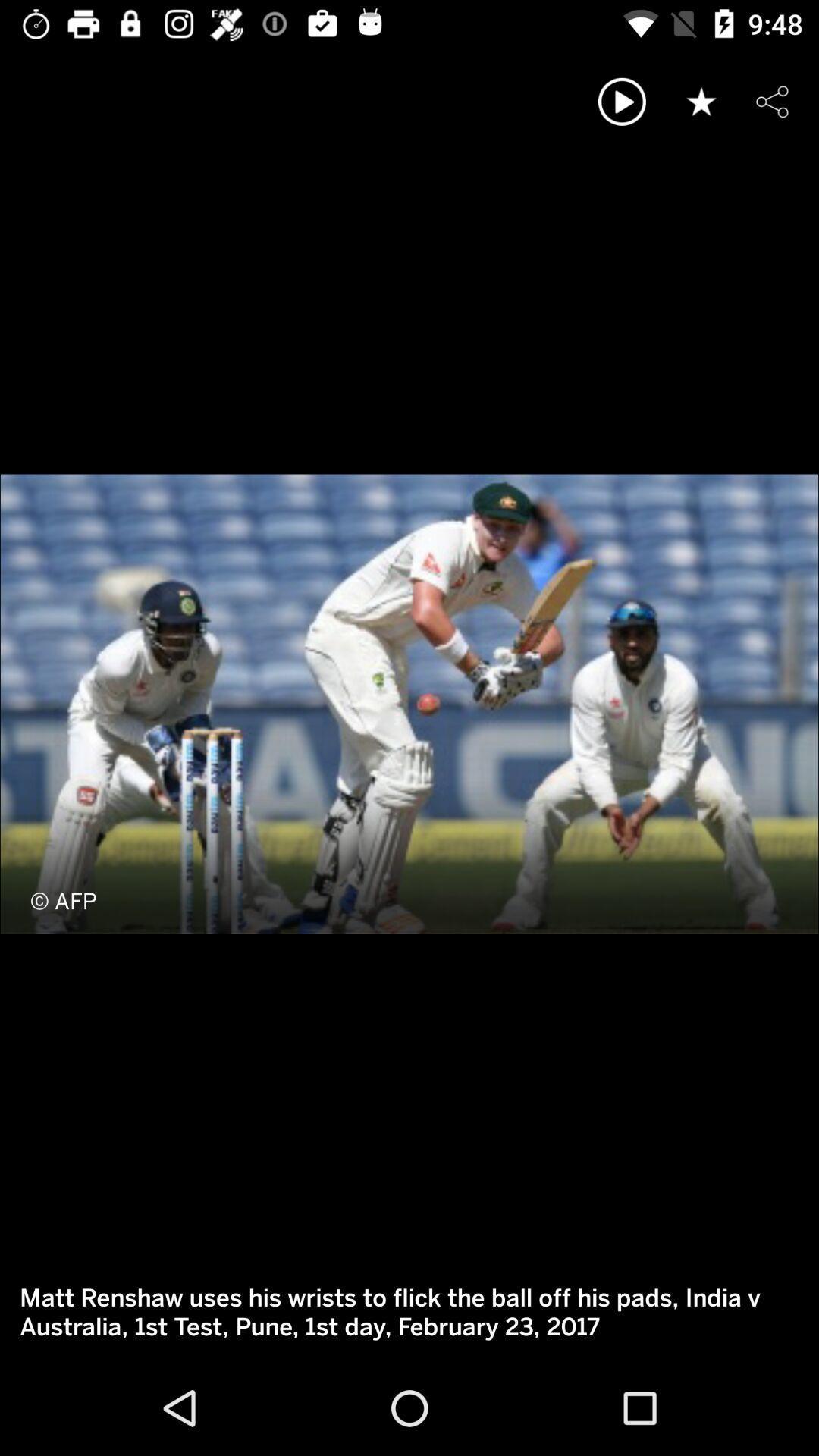  I want to click on share the article, so click(772, 101).